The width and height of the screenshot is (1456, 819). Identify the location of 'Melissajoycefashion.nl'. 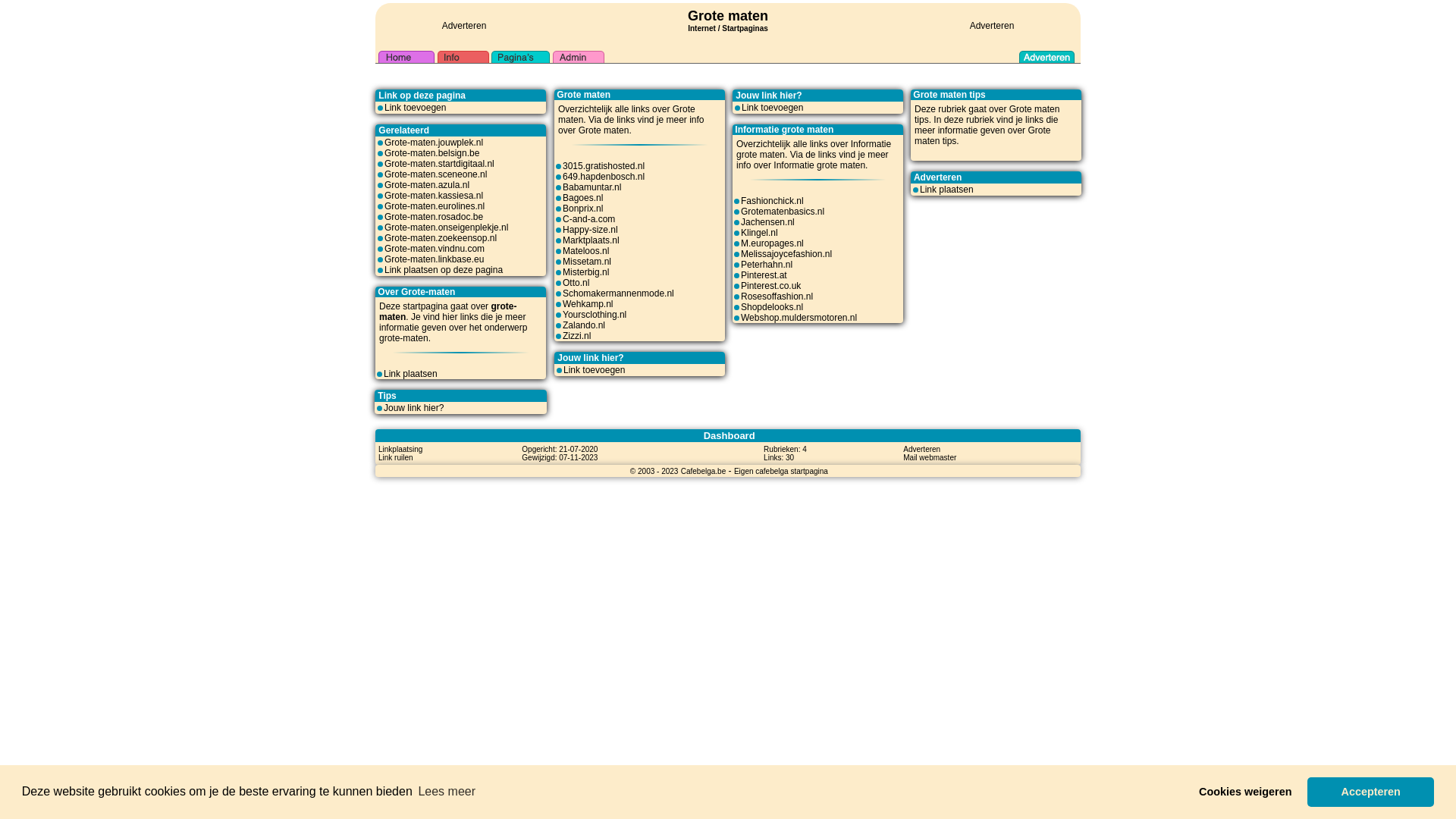
(786, 253).